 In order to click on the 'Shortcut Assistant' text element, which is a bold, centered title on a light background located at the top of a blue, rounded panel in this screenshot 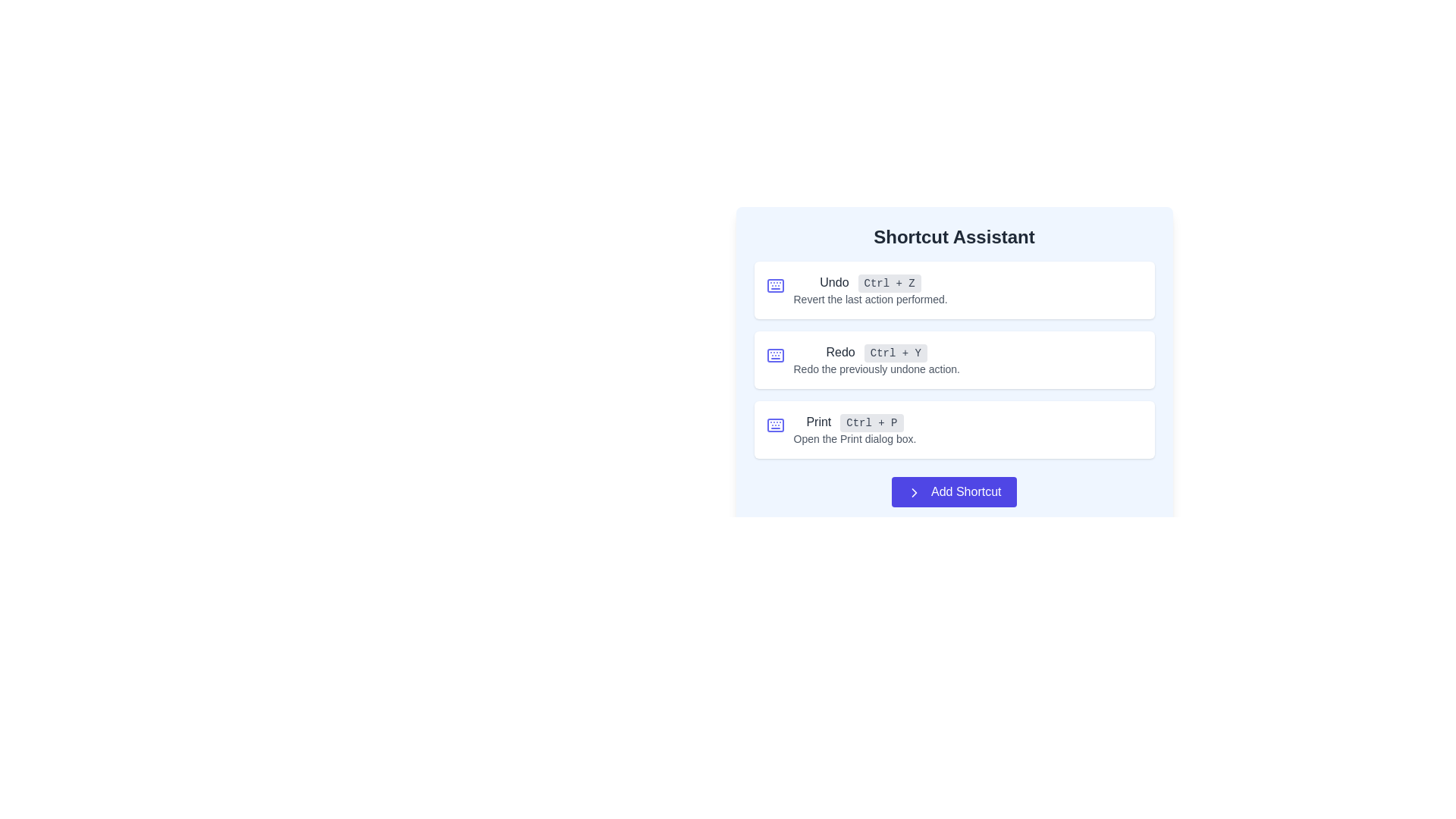, I will do `click(953, 237)`.